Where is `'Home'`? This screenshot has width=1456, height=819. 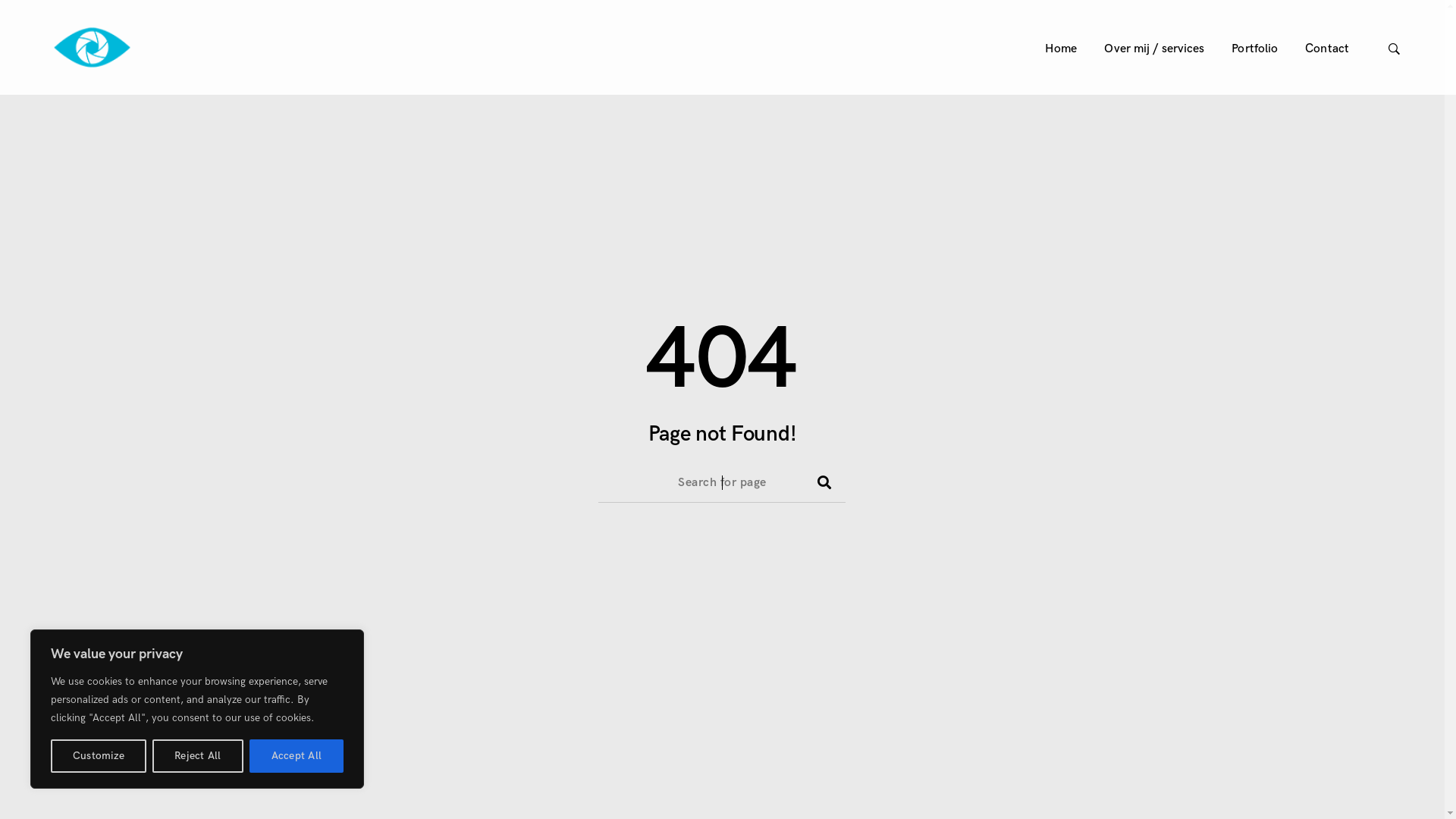 'Home' is located at coordinates (1059, 49).